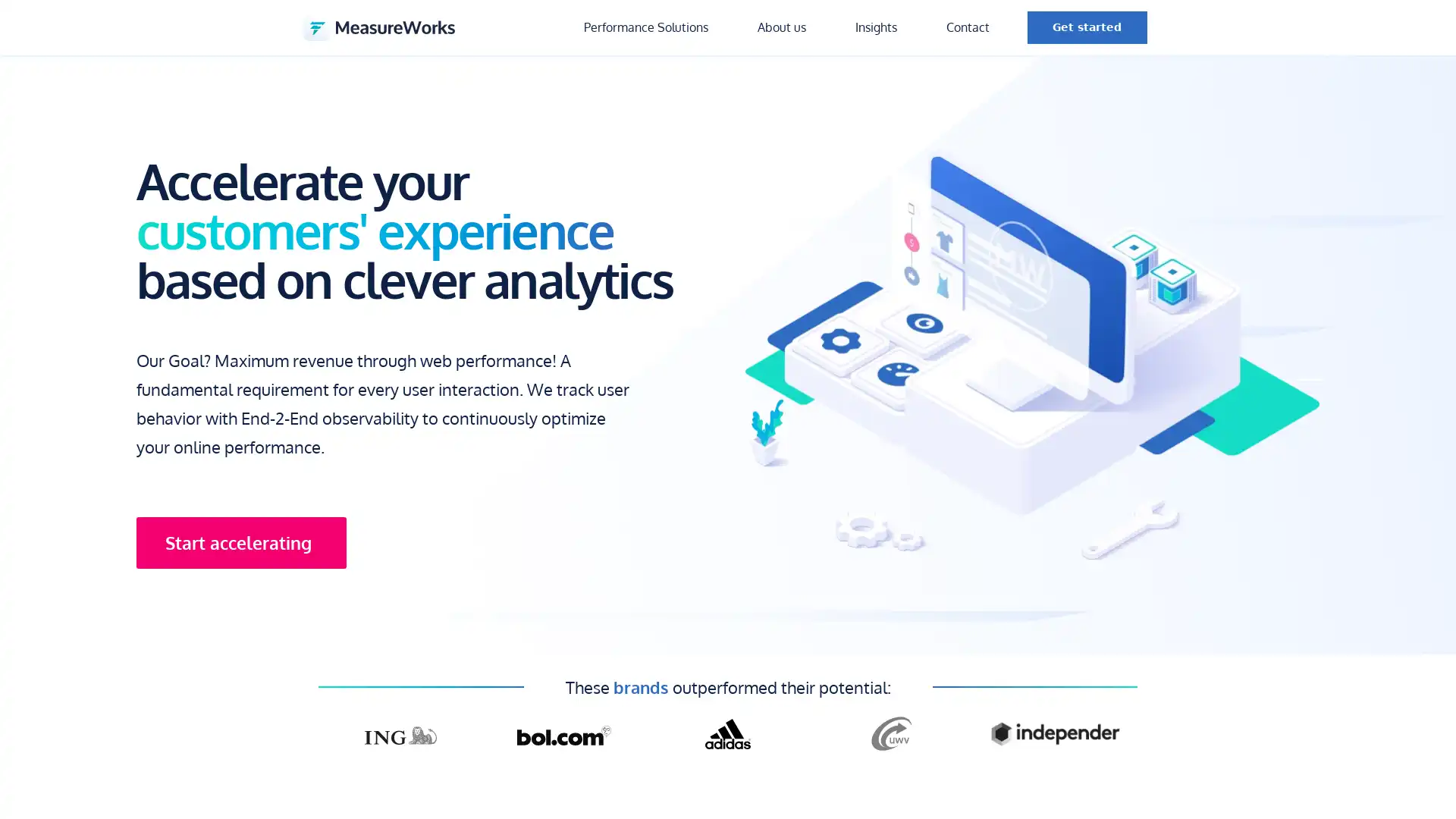  Describe the element at coordinates (265, 564) in the screenshot. I see `Start accelerating` at that location.